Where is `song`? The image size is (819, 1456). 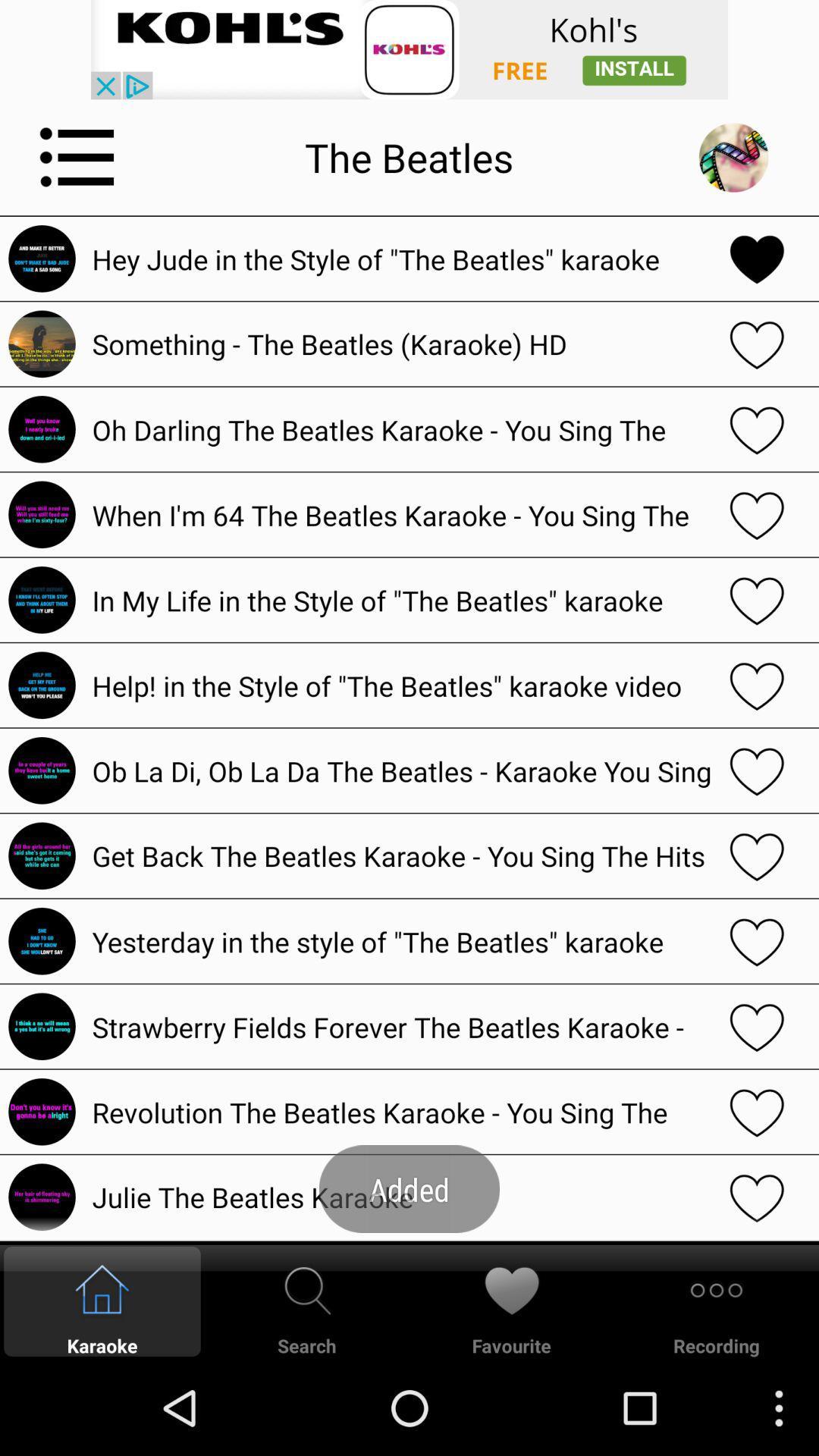 song is located at coordinates (757, 770).